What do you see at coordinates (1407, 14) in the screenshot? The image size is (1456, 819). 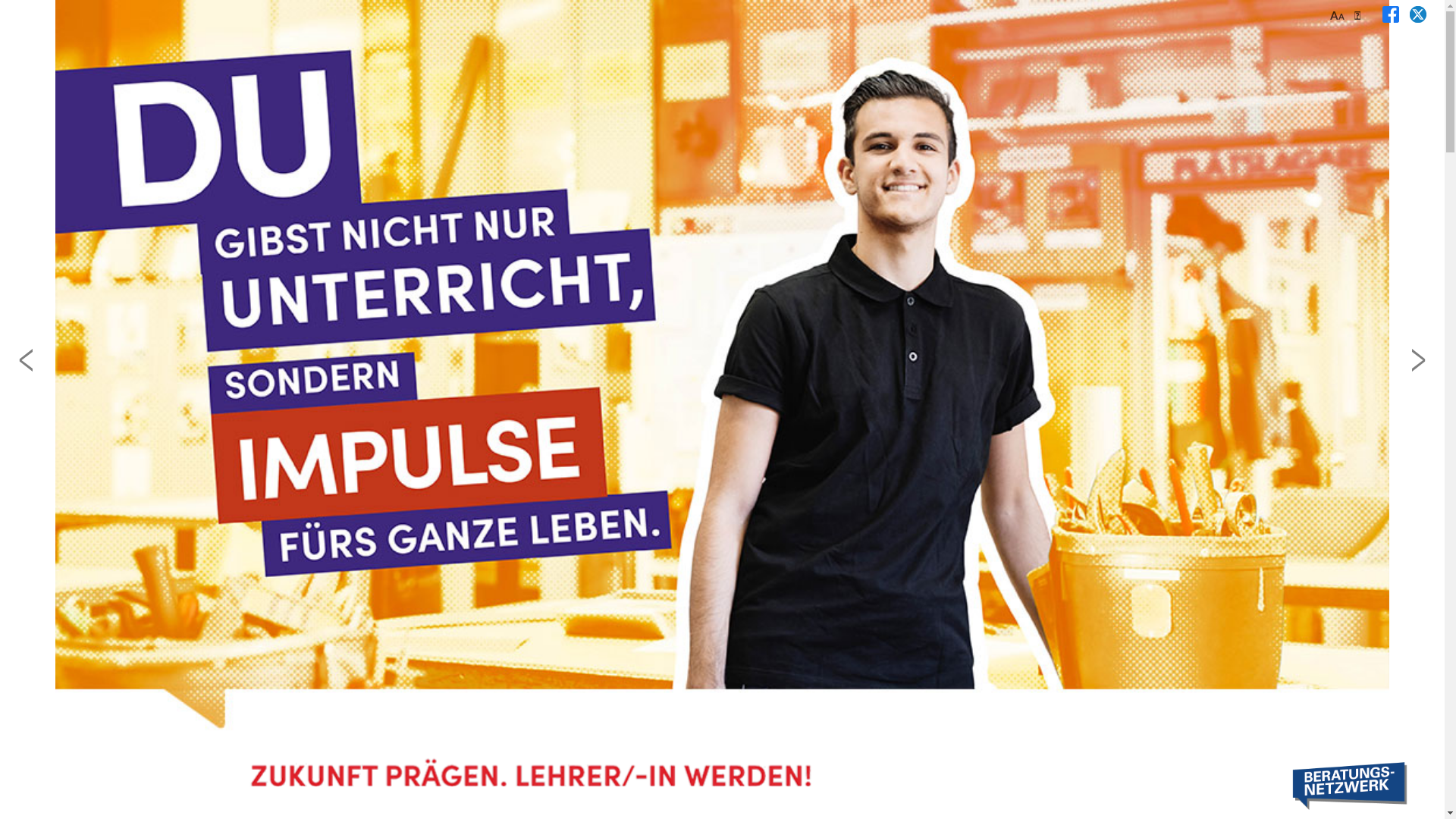 I see `' '` at bounding box center [1407, 14].